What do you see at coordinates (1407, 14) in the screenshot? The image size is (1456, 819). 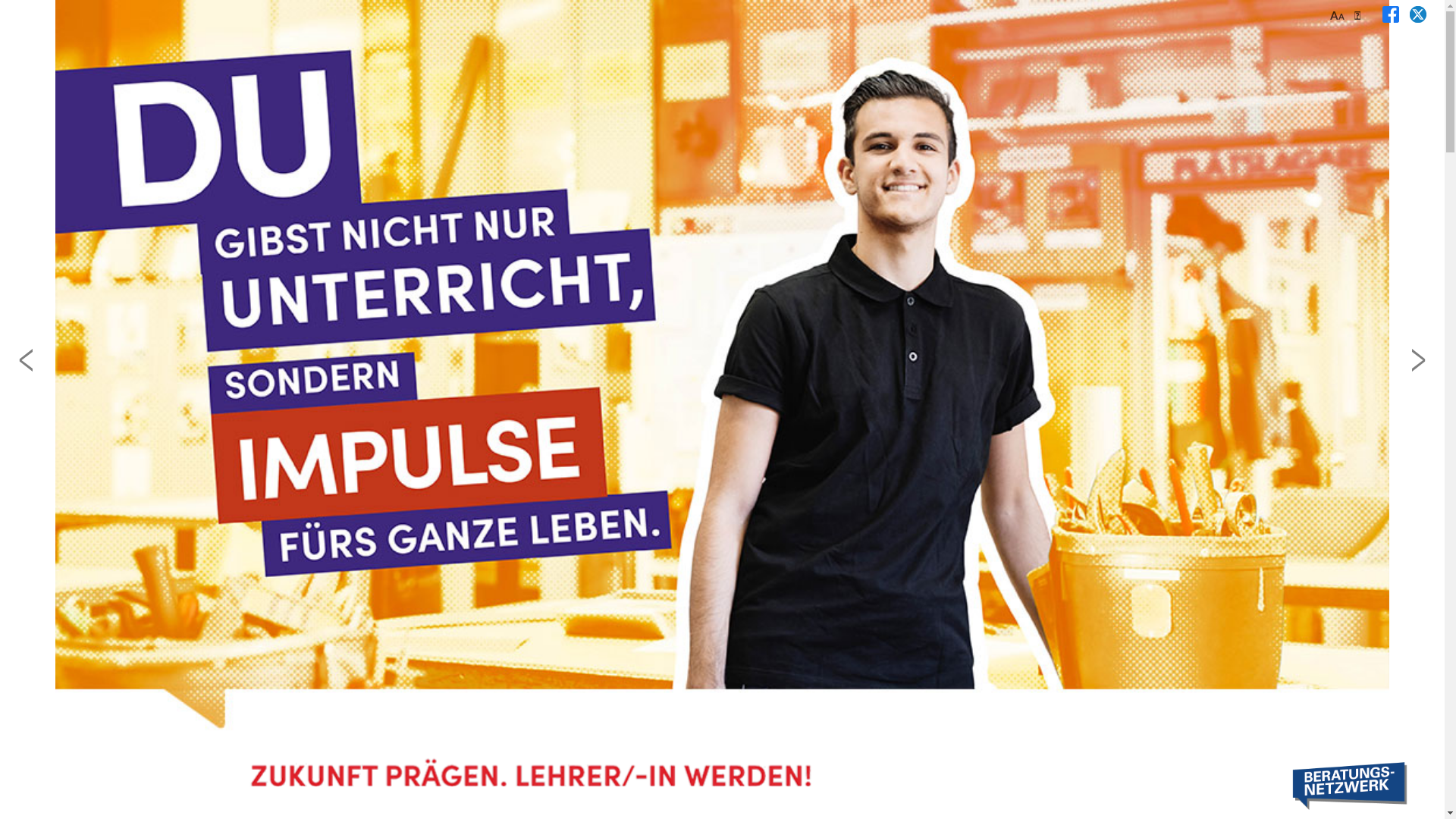 I see `' '` at bounding box center [1407, 14].